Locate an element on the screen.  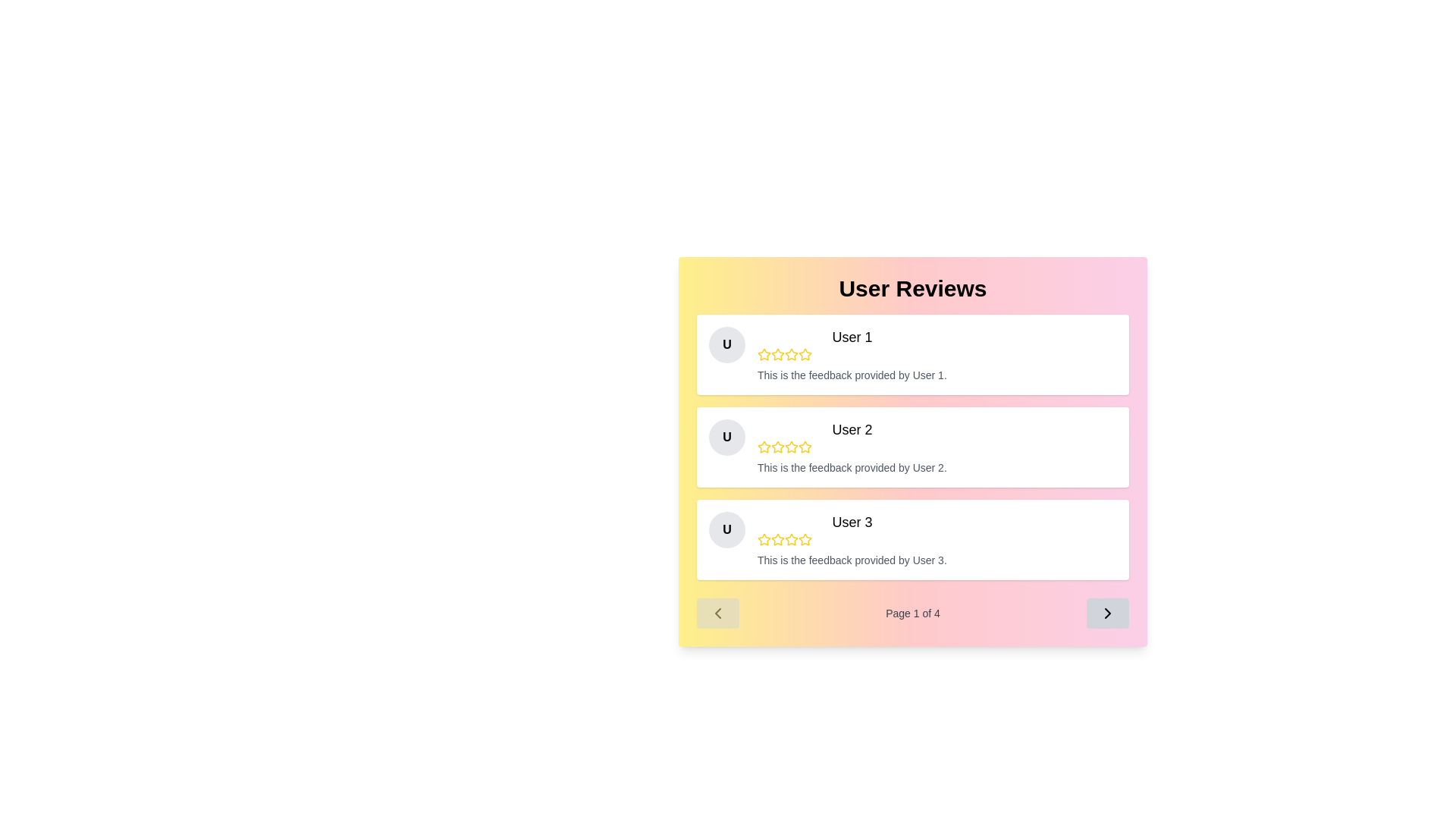
the third star icon in the rating scale for 'User 3' in the review section to indicate a specific rating level is located at coordinates (778, 539).